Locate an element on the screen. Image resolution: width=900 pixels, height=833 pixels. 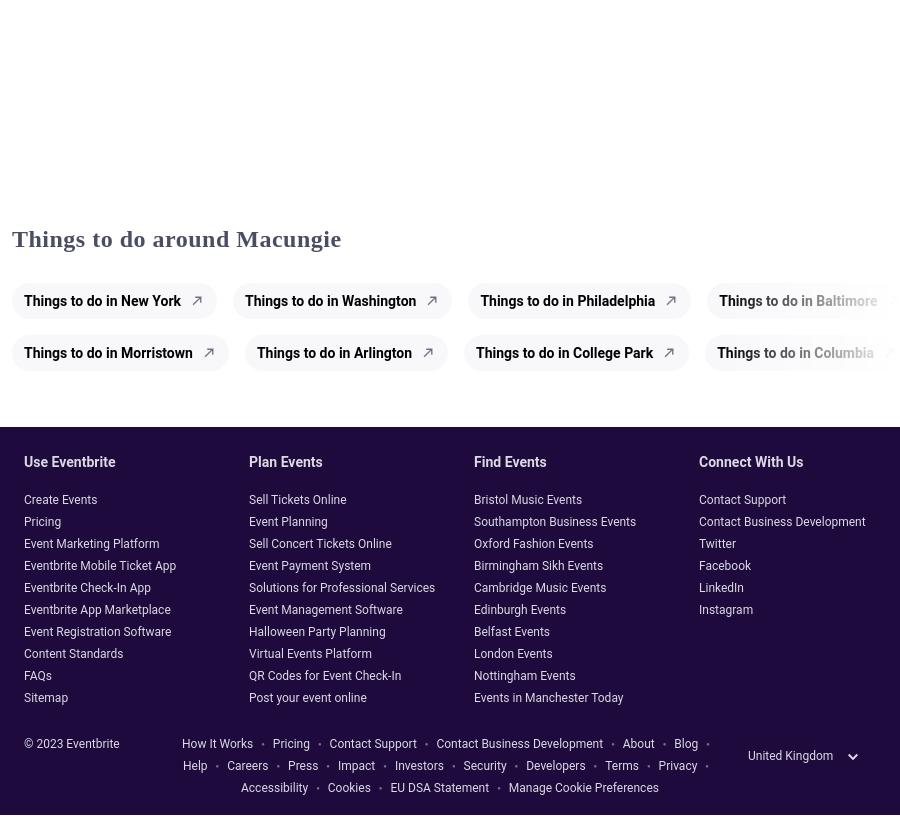
'Edinburgh Events' is located at coordinates (519, 609).